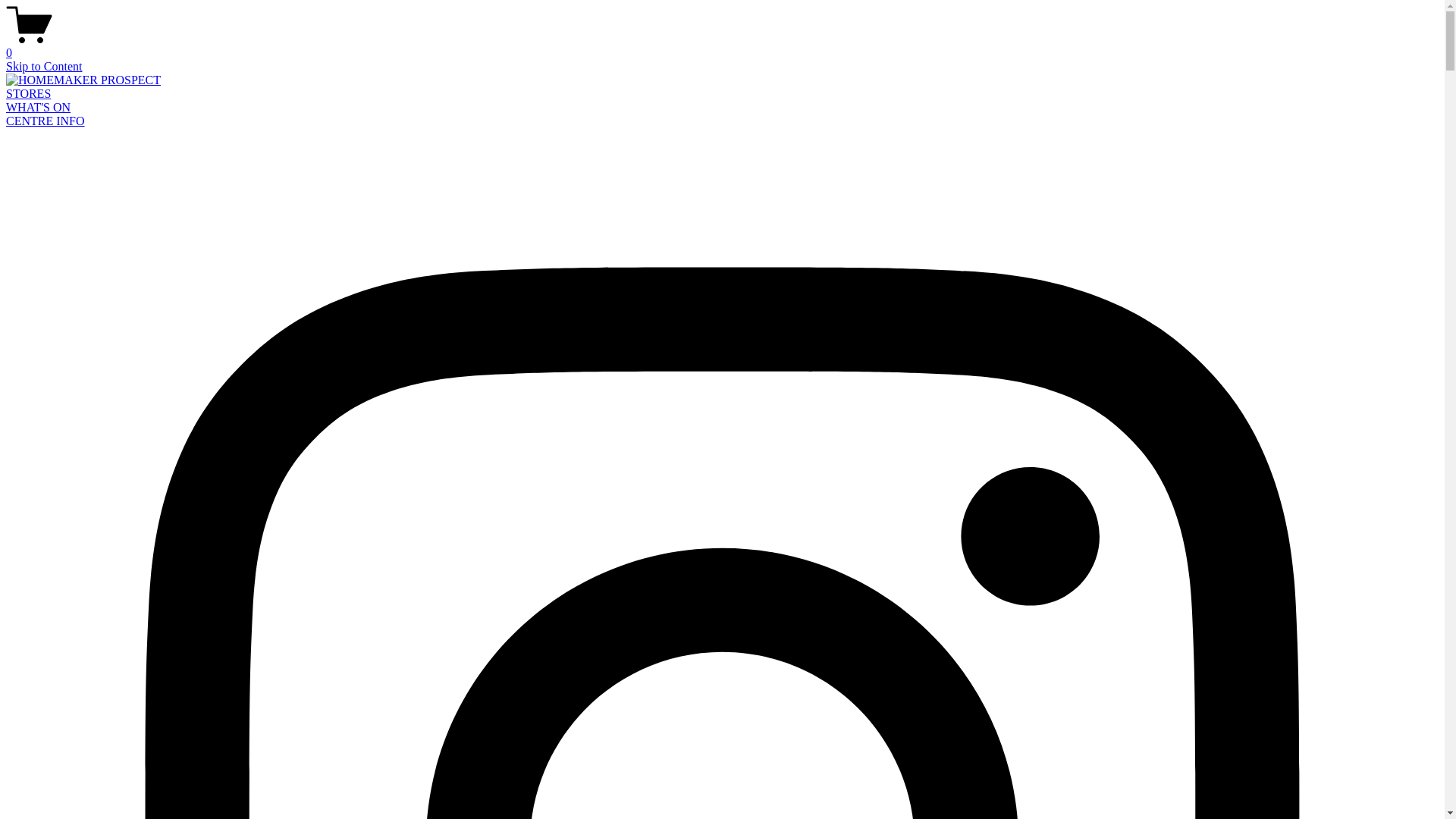  Describe the element at coordinates (45, 120) in the screenshot. I see `'CENTRE INFO'` at that location.